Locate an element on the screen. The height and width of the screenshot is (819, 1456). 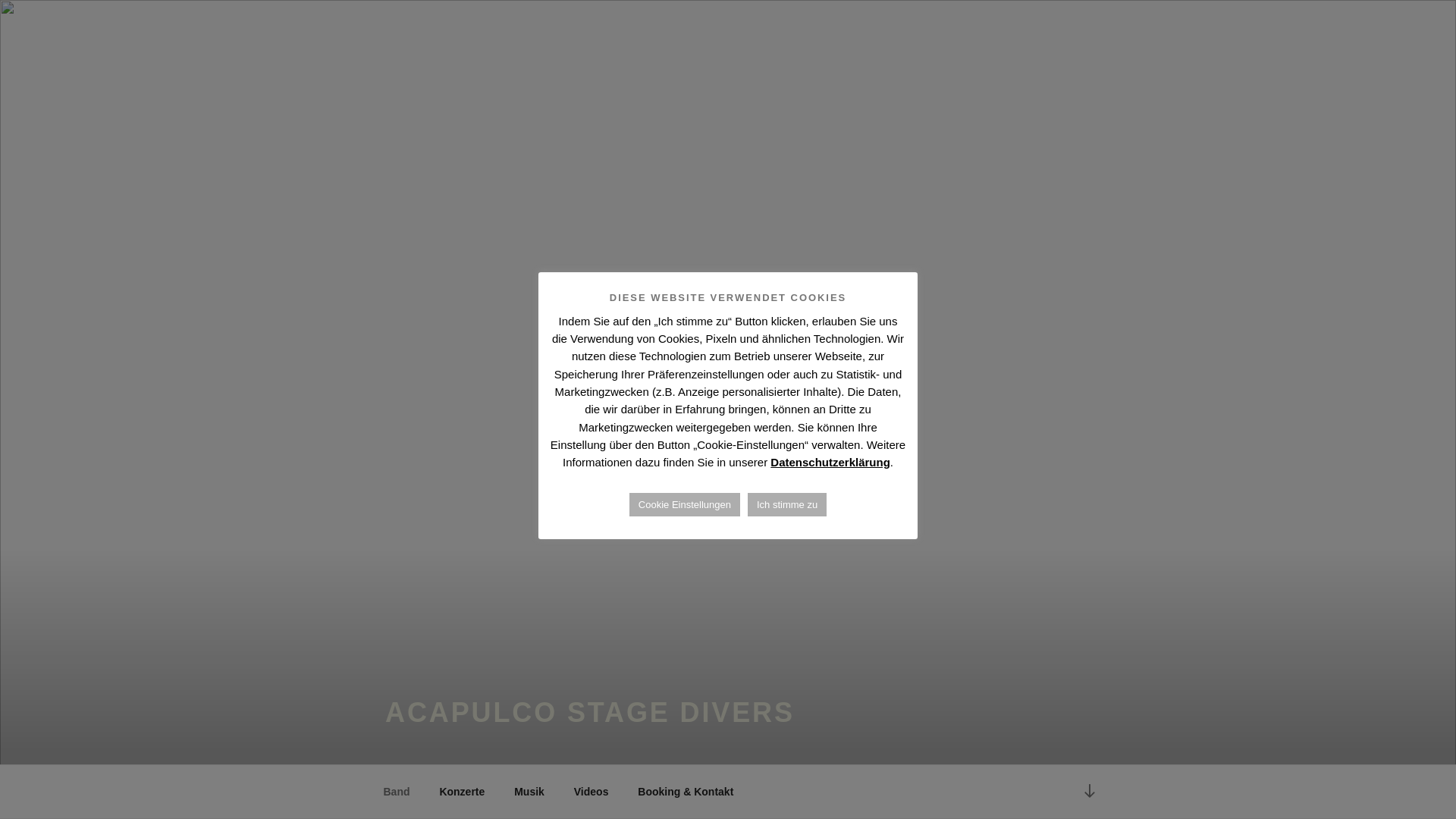
'Cookie Einstellungen' is located at coordinates (629, 504).